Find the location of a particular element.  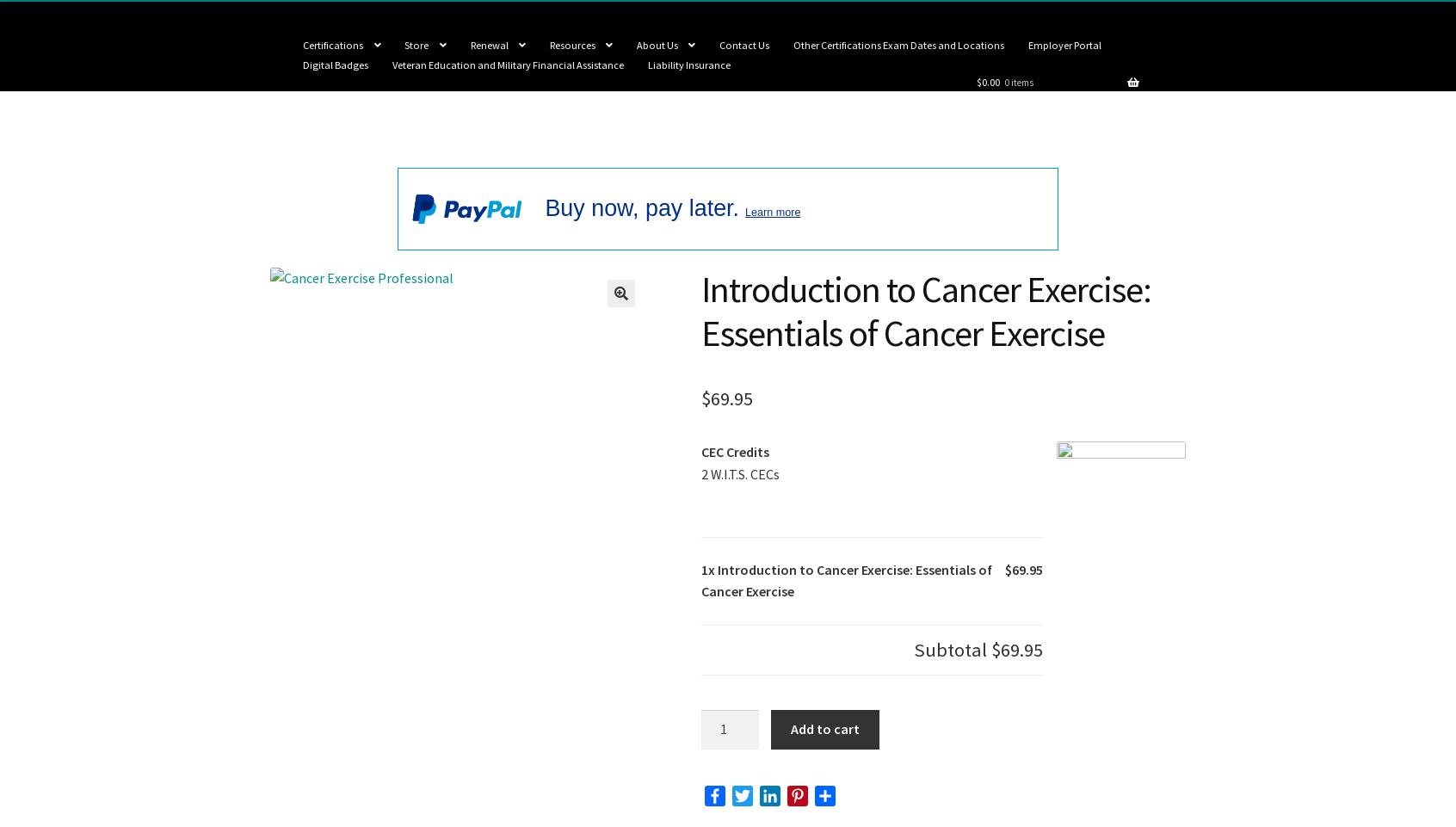

'About Us' is located at coordinates (655, 44).